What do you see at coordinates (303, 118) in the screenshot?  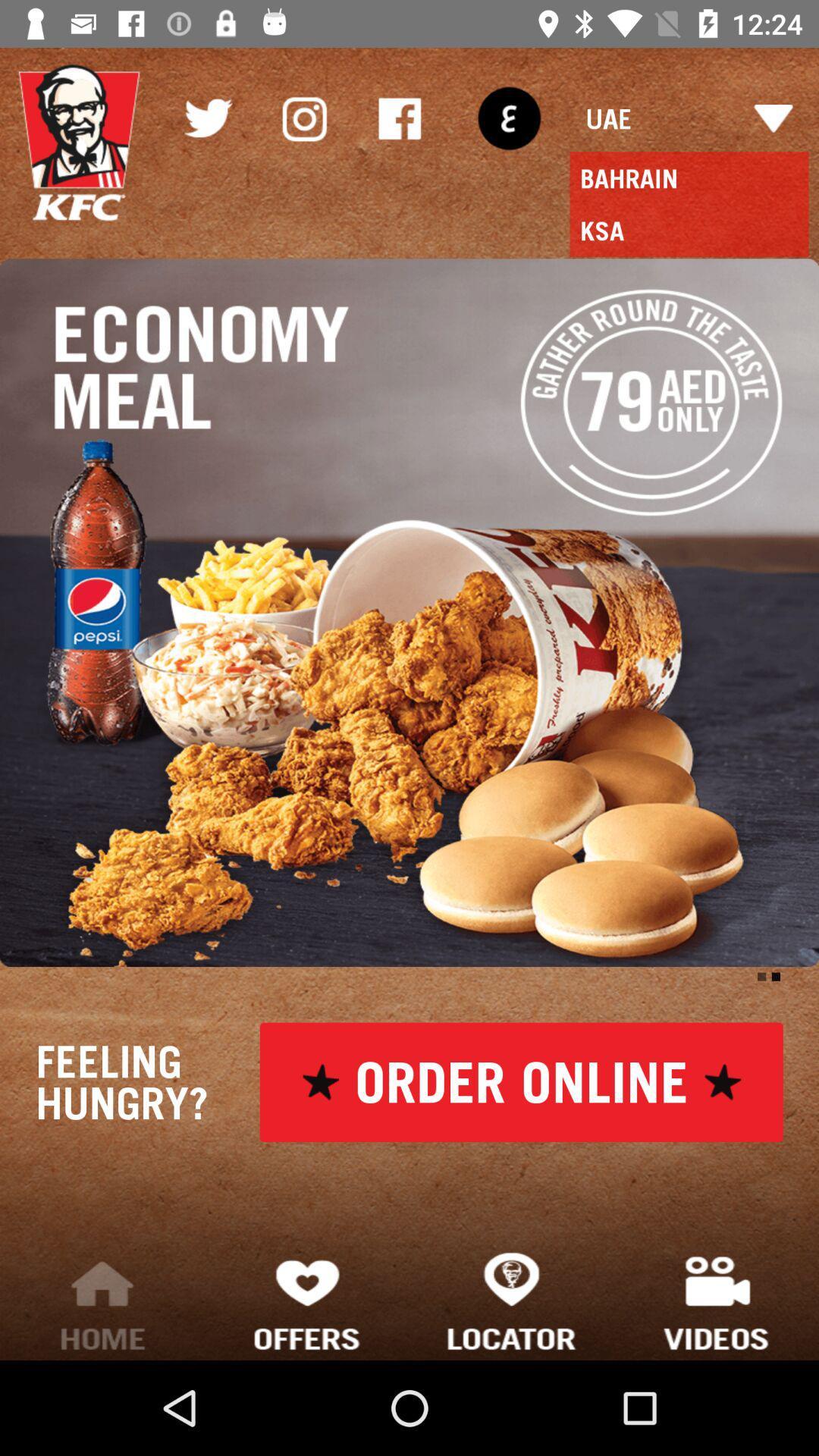 I see `the photo icon` at bounding box center [303, 118].